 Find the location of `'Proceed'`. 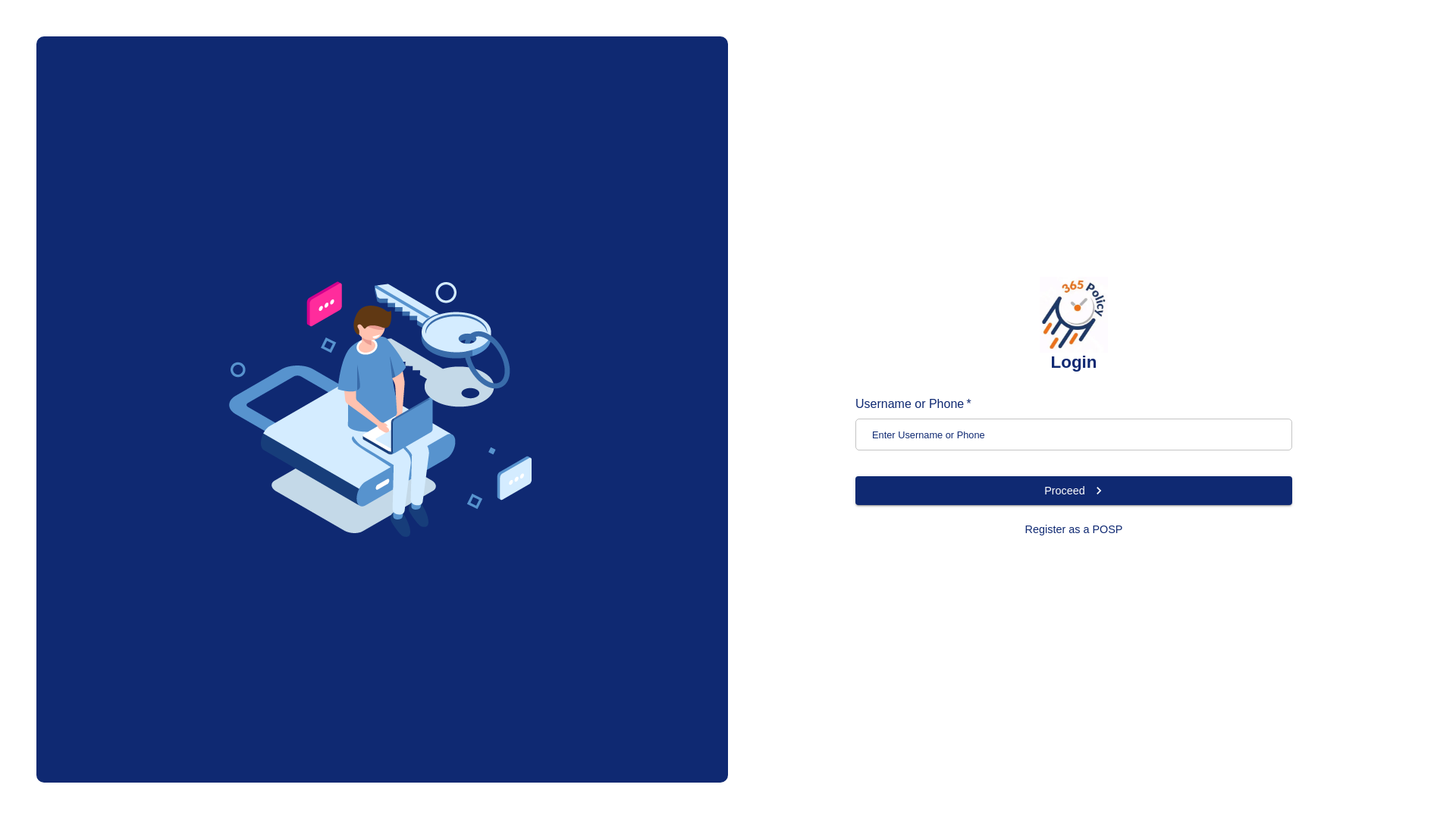

'Proceed' is located at coordinates (1073, 491).